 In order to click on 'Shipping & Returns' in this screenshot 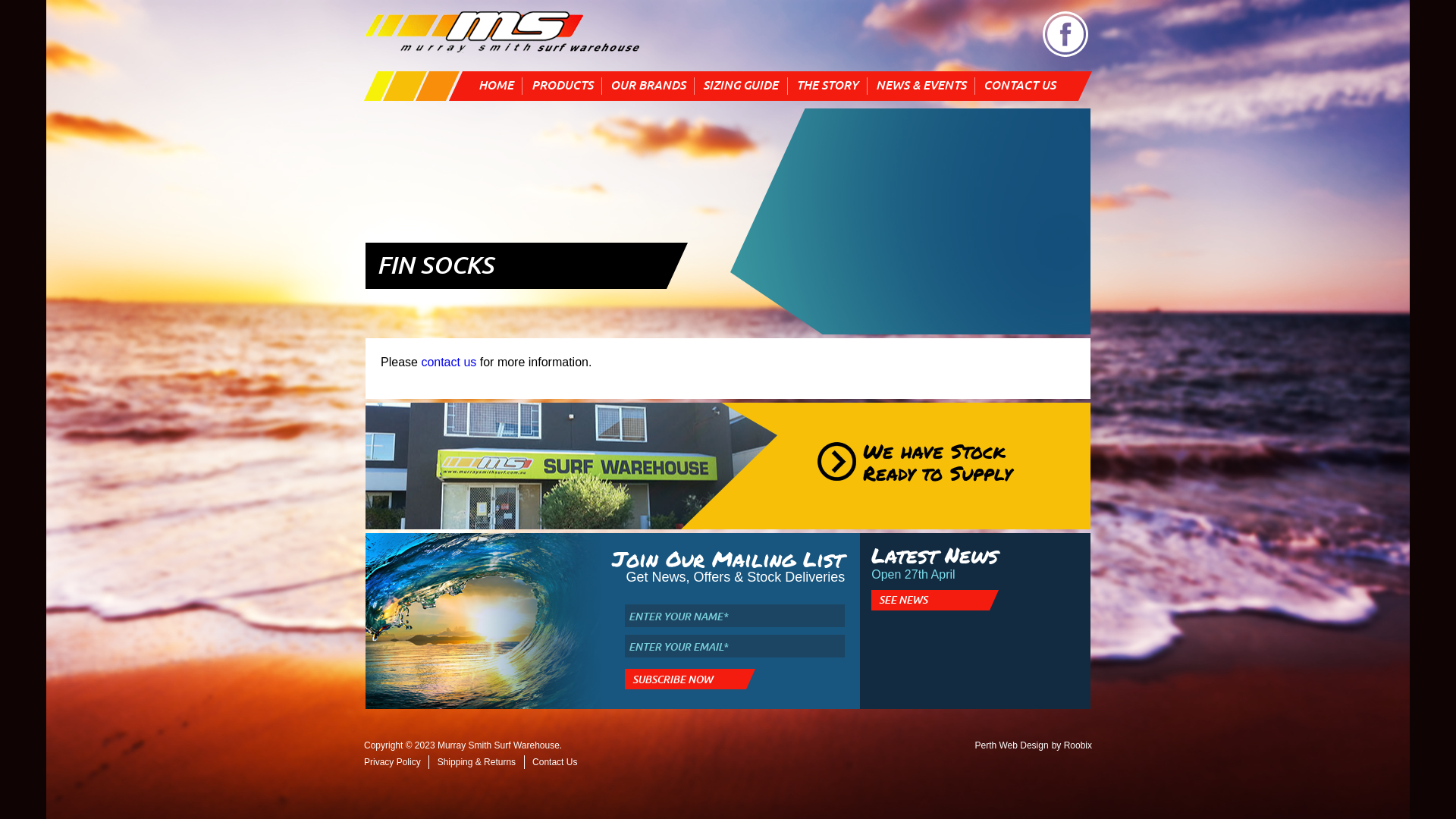, I will do `click(475, 762)`.